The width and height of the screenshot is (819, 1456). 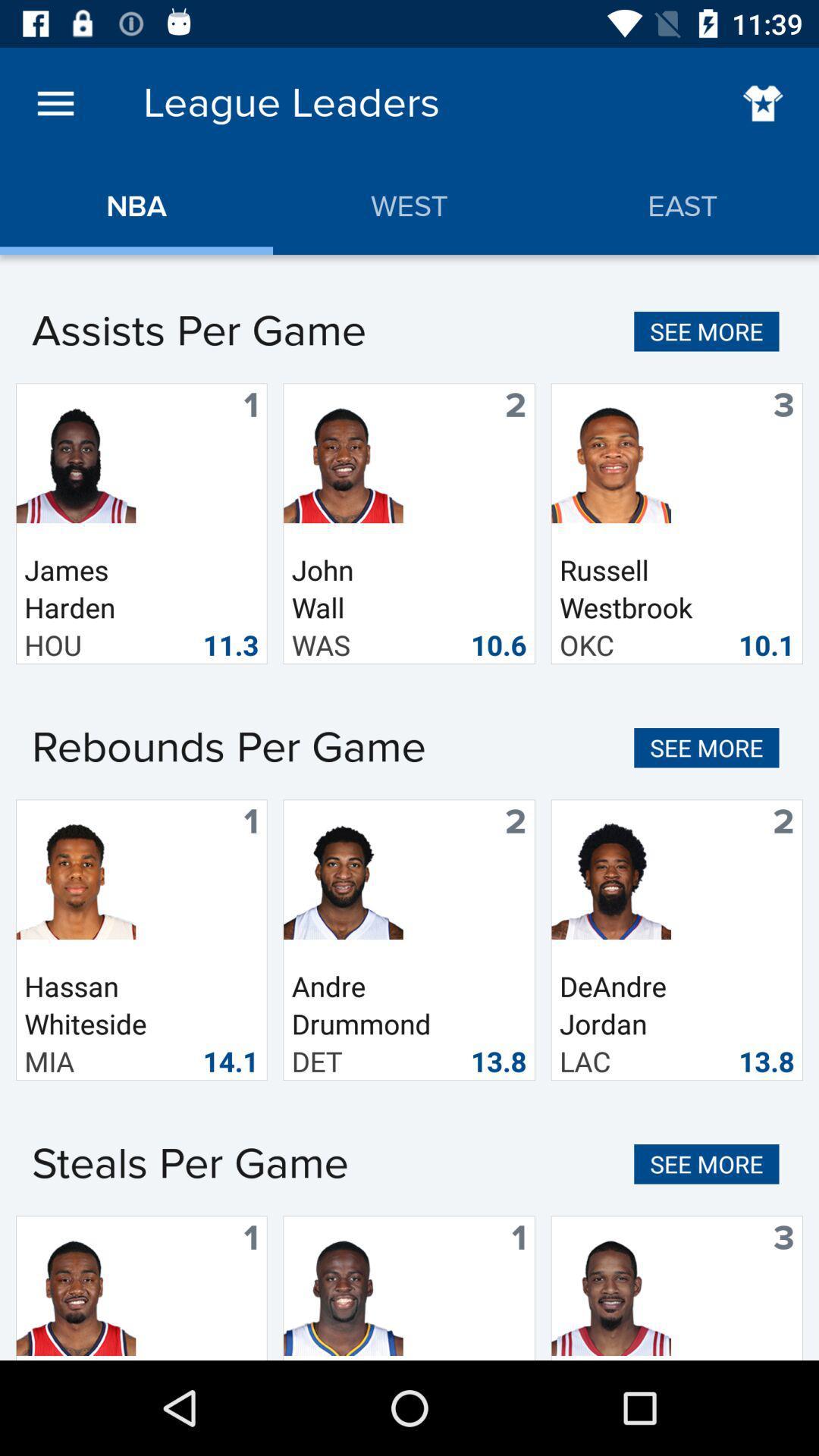 What do you see at coordinates (76, 1288) in the screenshot?
I see `the bottom left image` at bounding box center [76, 1288].